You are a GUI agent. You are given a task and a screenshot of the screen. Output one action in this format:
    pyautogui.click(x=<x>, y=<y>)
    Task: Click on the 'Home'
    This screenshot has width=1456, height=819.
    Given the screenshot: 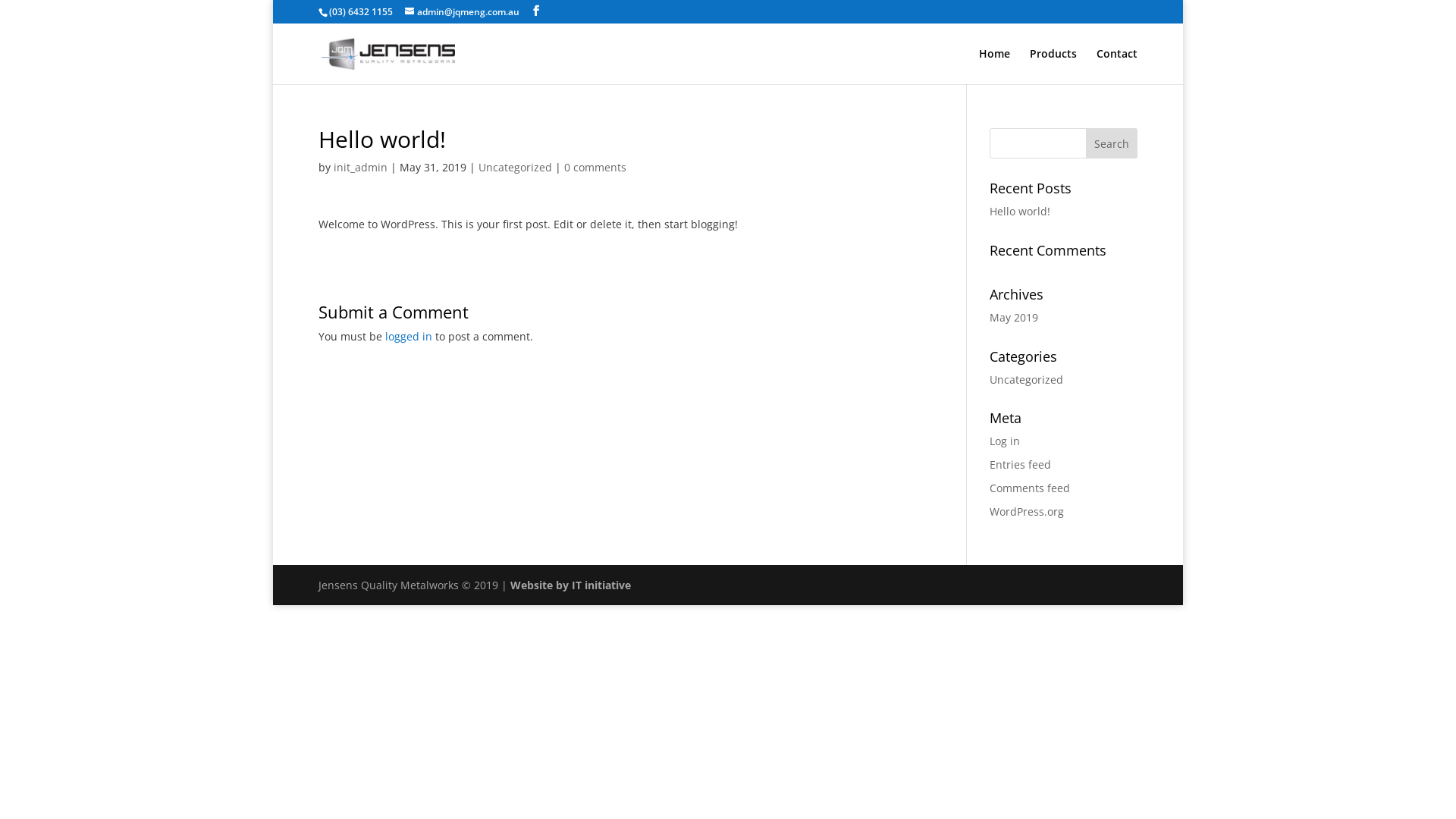 What is the action you would take?
    pyautogui.click(x=979, y=65)
    